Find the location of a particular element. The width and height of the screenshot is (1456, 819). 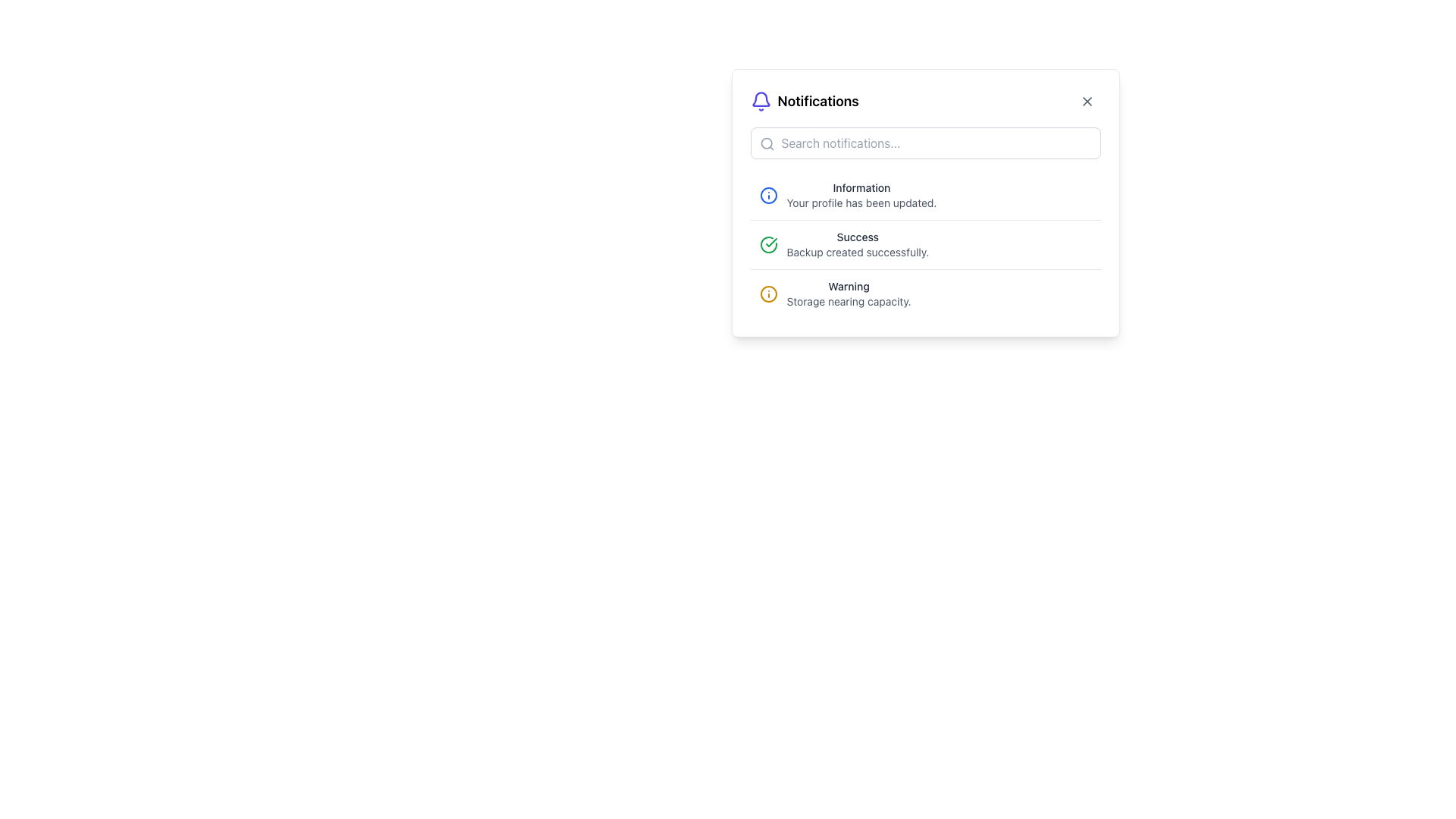

the static text label labeled 'Information', which is styled in dark gray and positioned at the top of the notification card layout is located at coordinates (861, 187).